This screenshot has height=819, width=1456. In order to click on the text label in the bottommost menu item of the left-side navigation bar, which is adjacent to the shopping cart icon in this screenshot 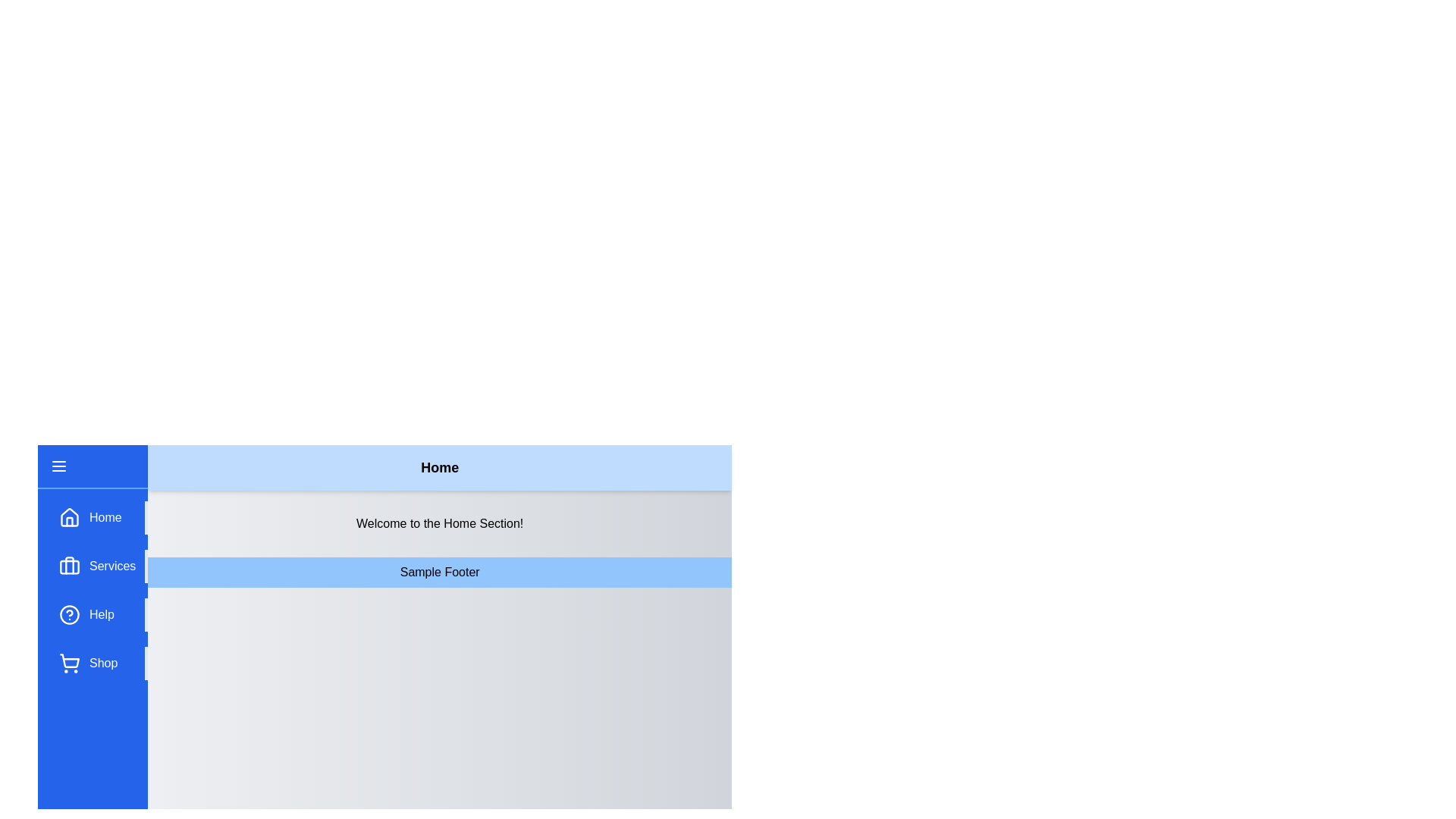, I will do `click(102, 663)`.